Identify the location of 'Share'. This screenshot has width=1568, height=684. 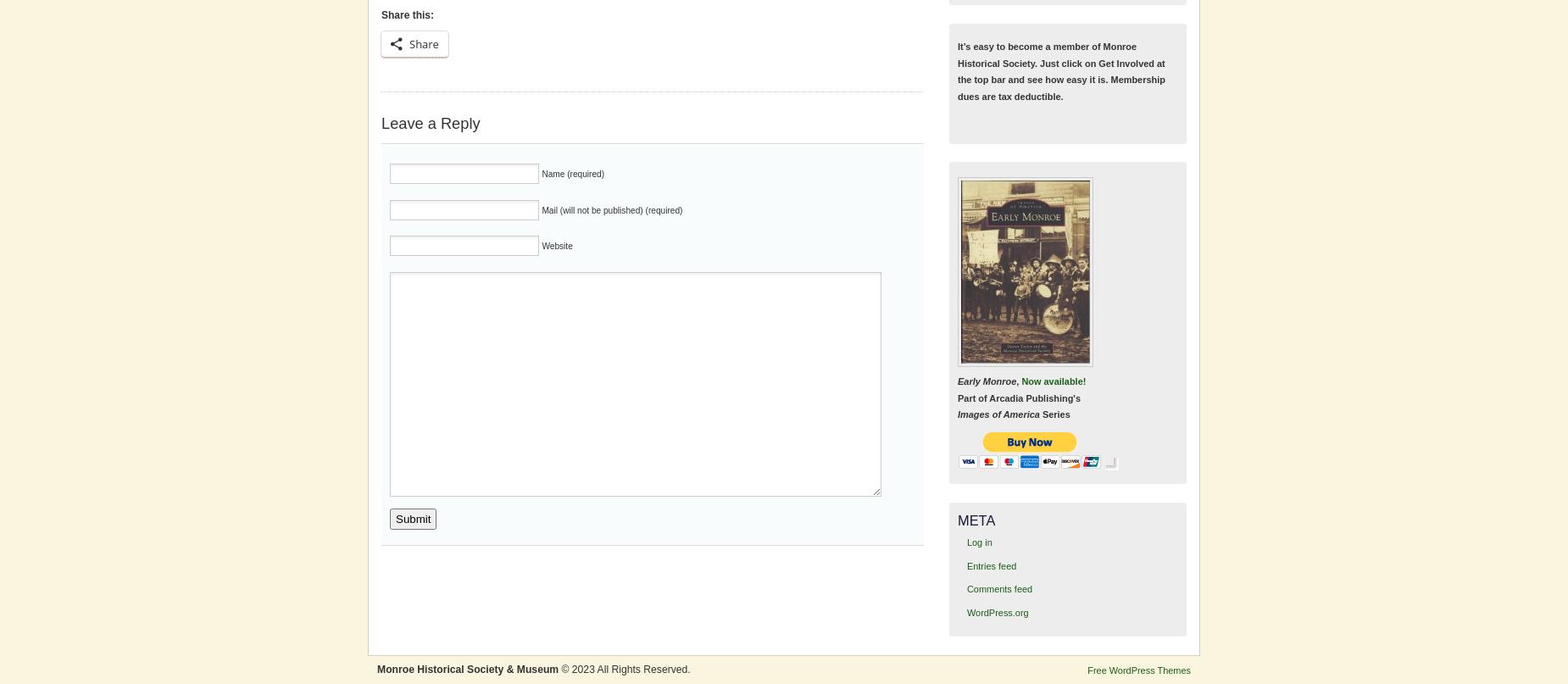
(409, 43).